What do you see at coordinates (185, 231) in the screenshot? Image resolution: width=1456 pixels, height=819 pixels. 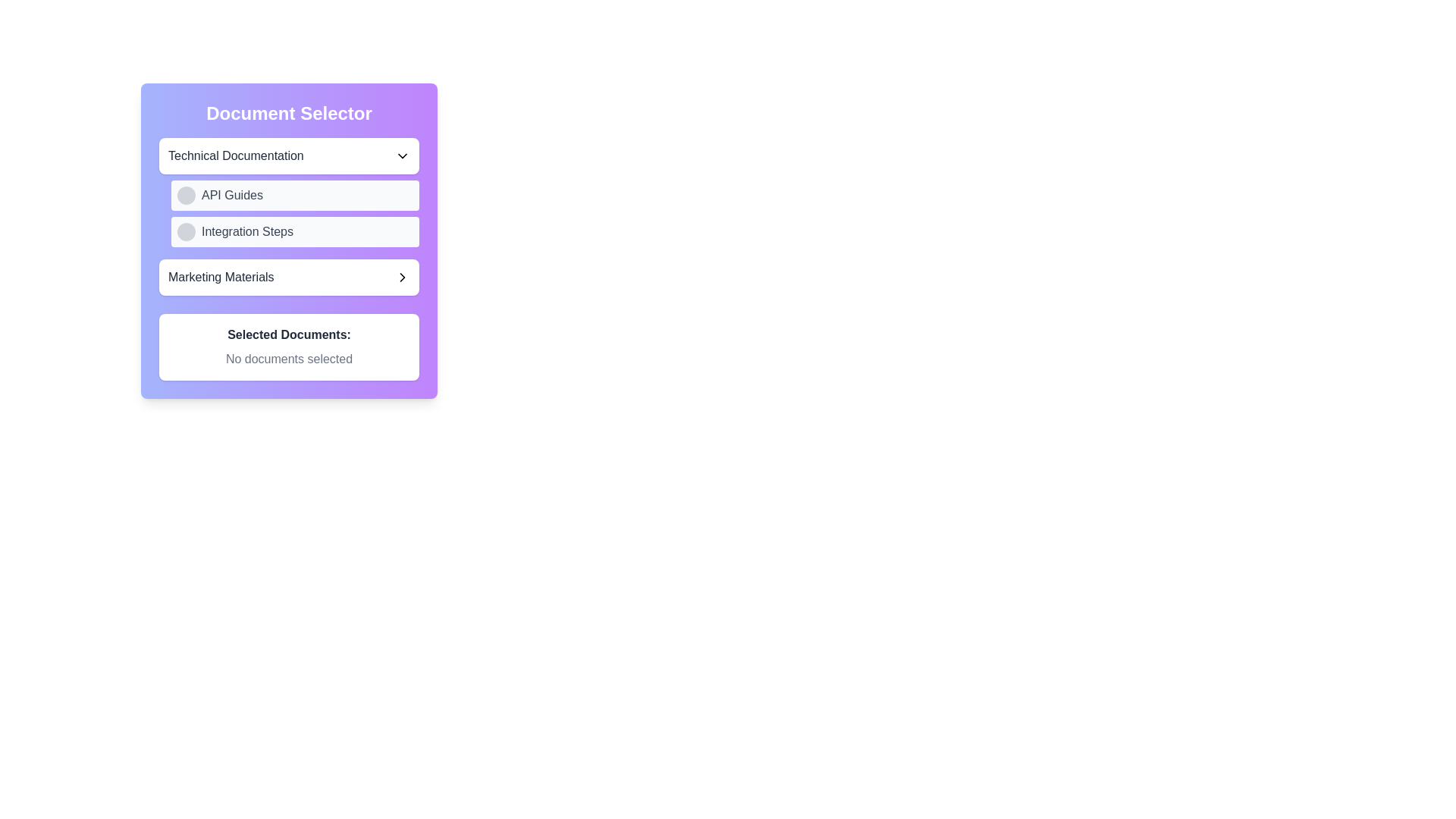 I see `the circular gray button located to the left of the 'Integration Steps' text to observe the light hover effect transitioning to a darker shade` at bounding box center [185, 231].